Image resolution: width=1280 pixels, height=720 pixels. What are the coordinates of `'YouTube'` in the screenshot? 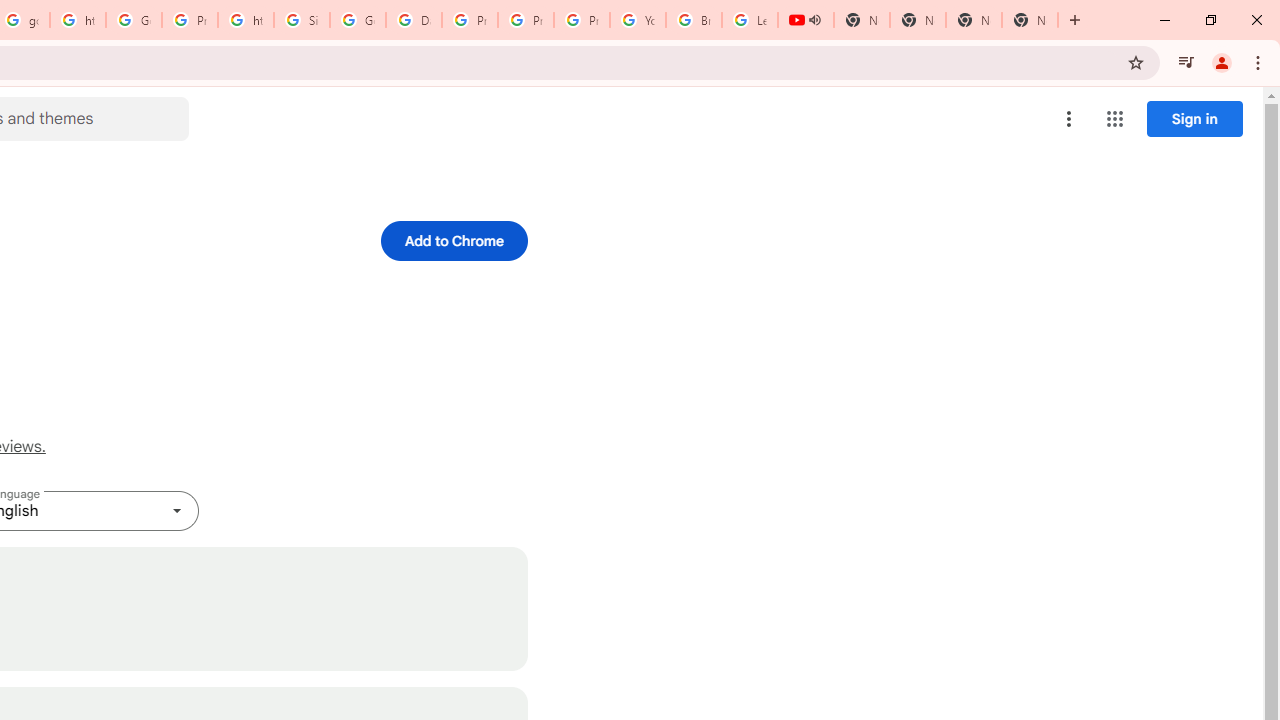 It's located at (637, 20).